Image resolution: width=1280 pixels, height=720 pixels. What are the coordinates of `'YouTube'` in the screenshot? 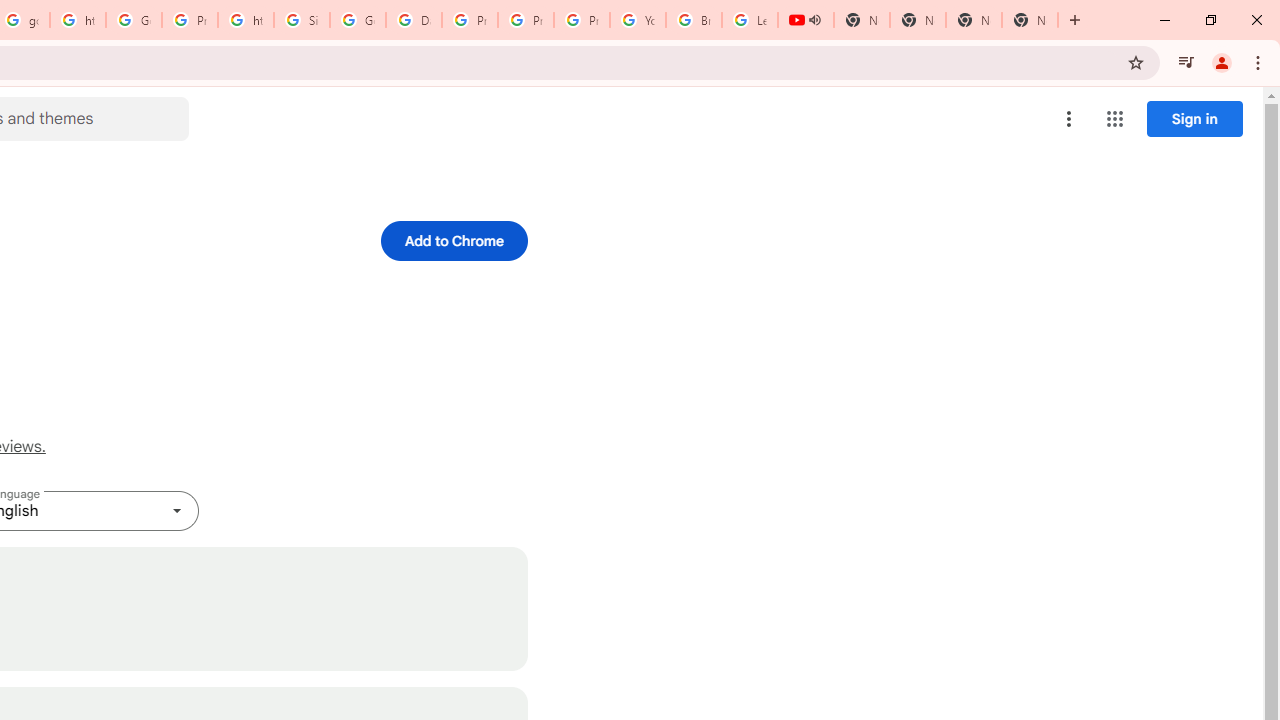 It's located at (637, 20).